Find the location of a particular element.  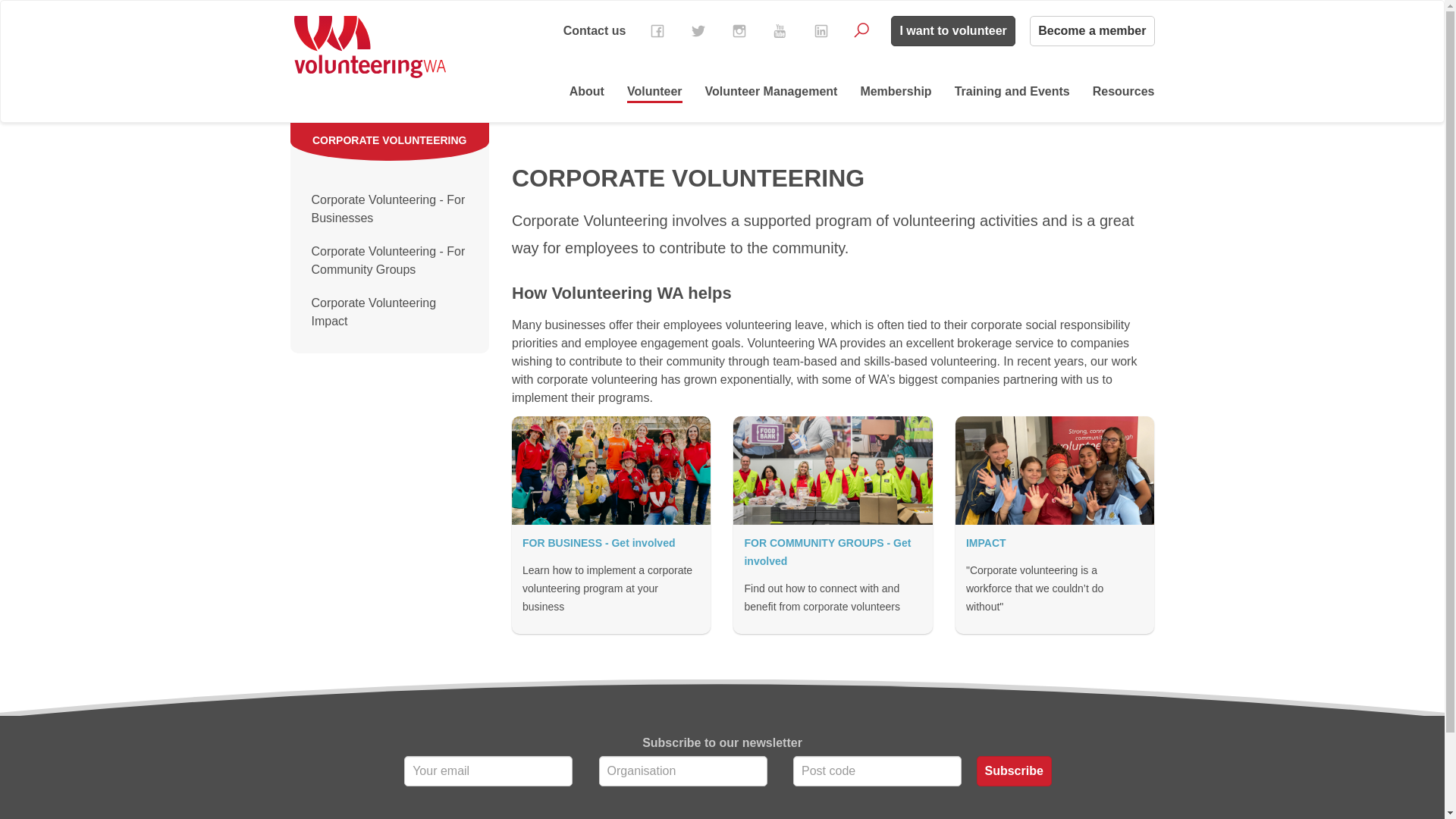

'IMPACT' is located at coordinates (965, 542).